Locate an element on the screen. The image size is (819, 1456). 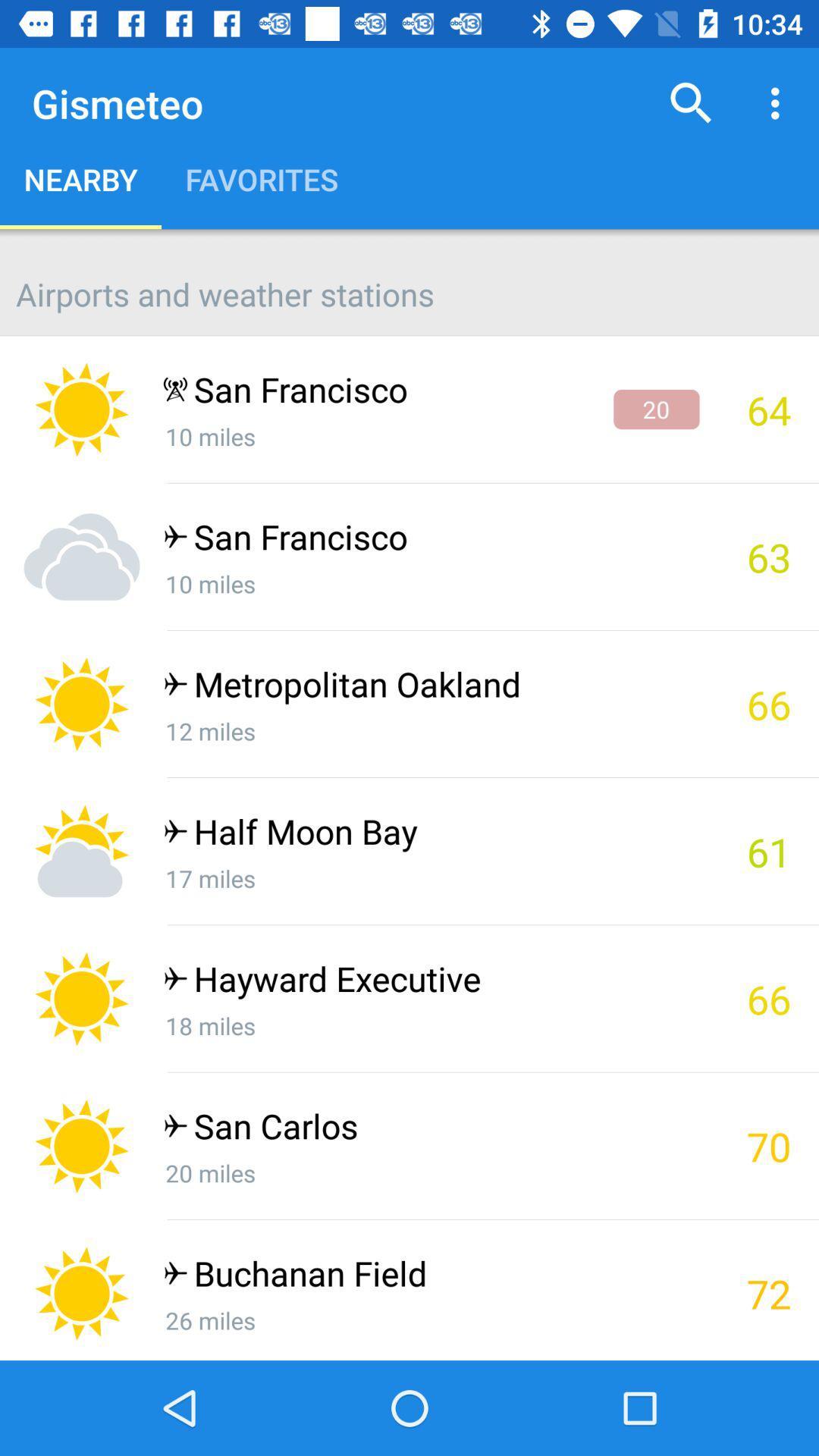
the hayward executive item is located at coordinates (431, 982).